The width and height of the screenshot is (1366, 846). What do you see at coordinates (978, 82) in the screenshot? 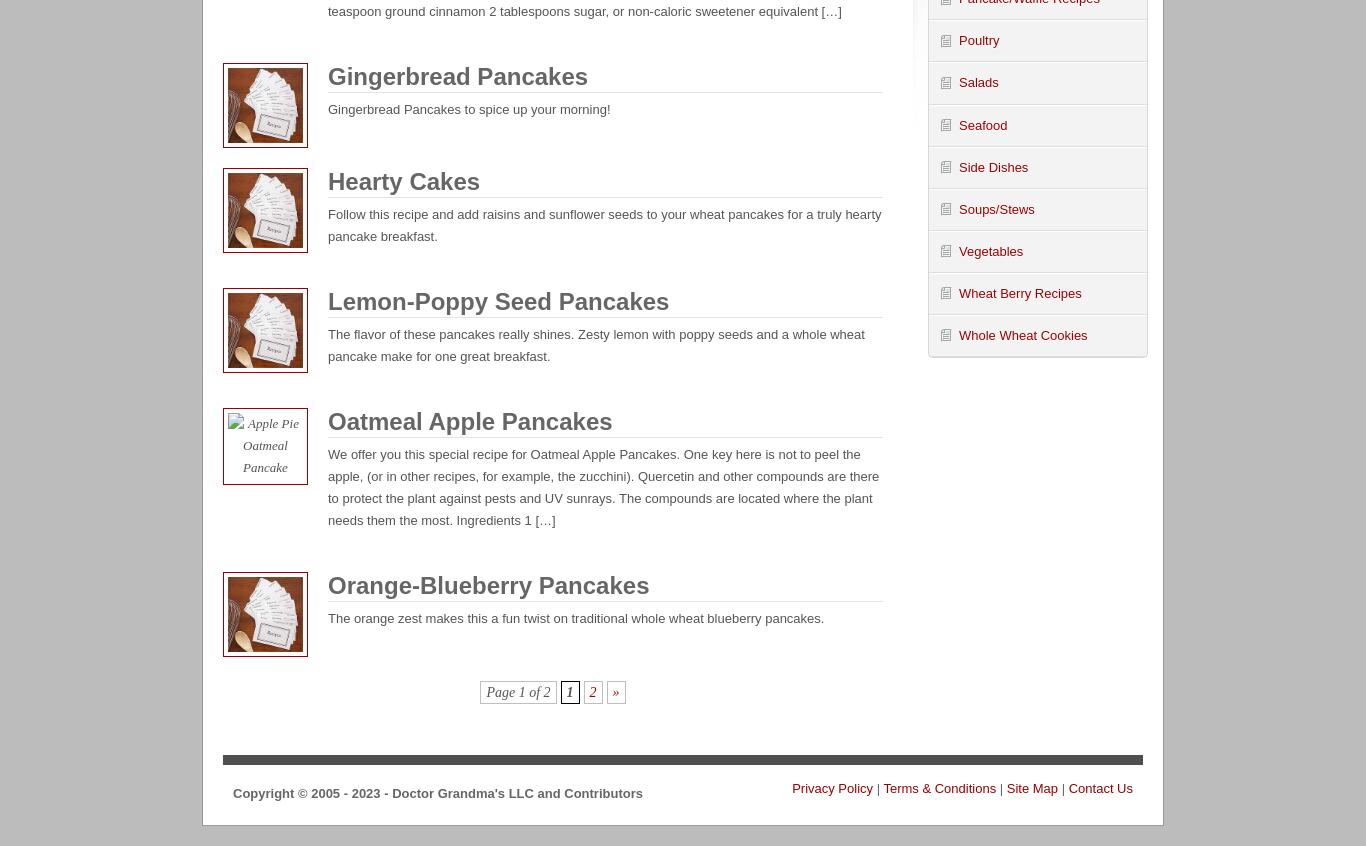
I see `'Salads'` at bounding box center [978, 82].